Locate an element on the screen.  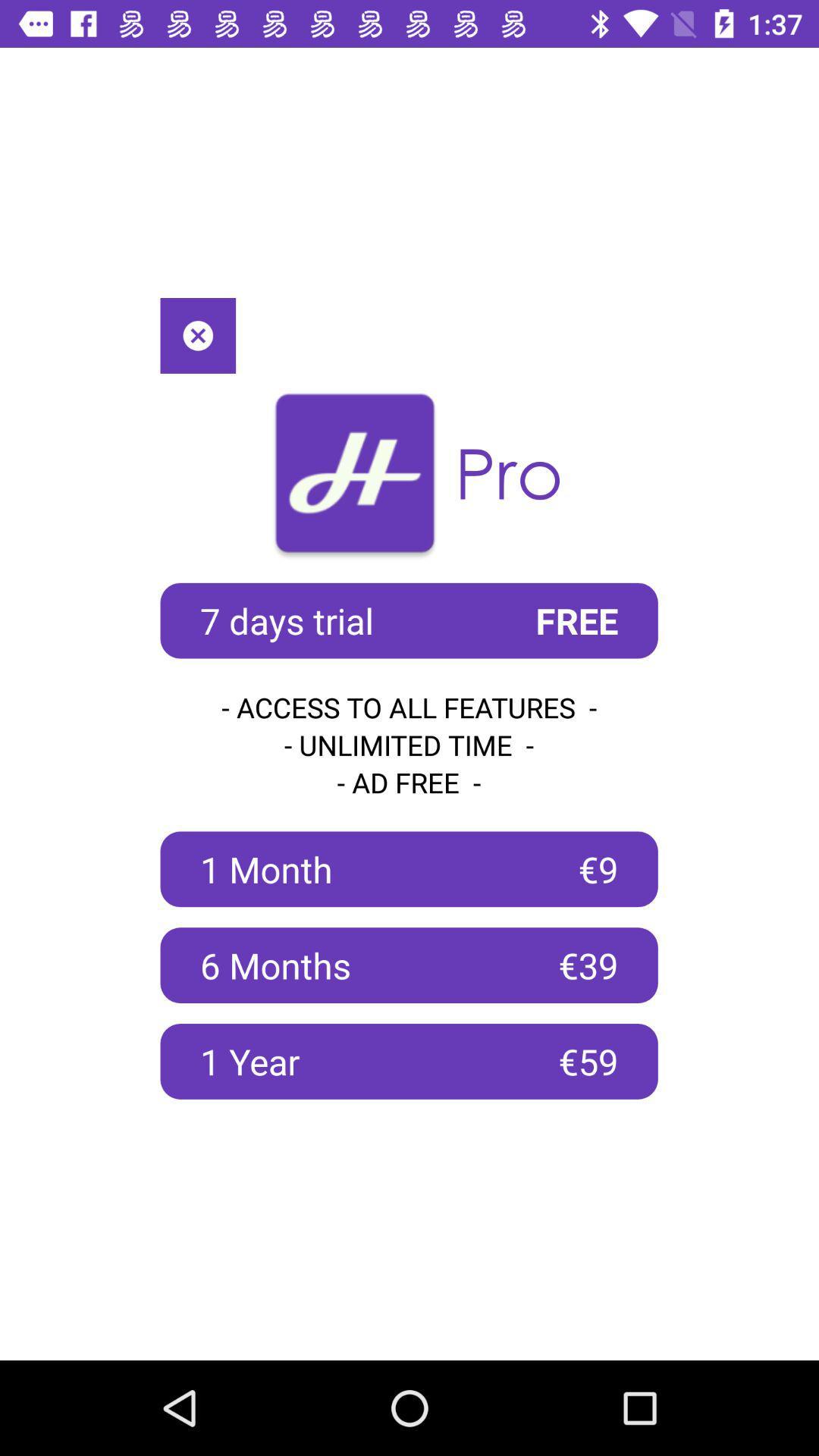
the close icon is located at coordinates (197, 334).